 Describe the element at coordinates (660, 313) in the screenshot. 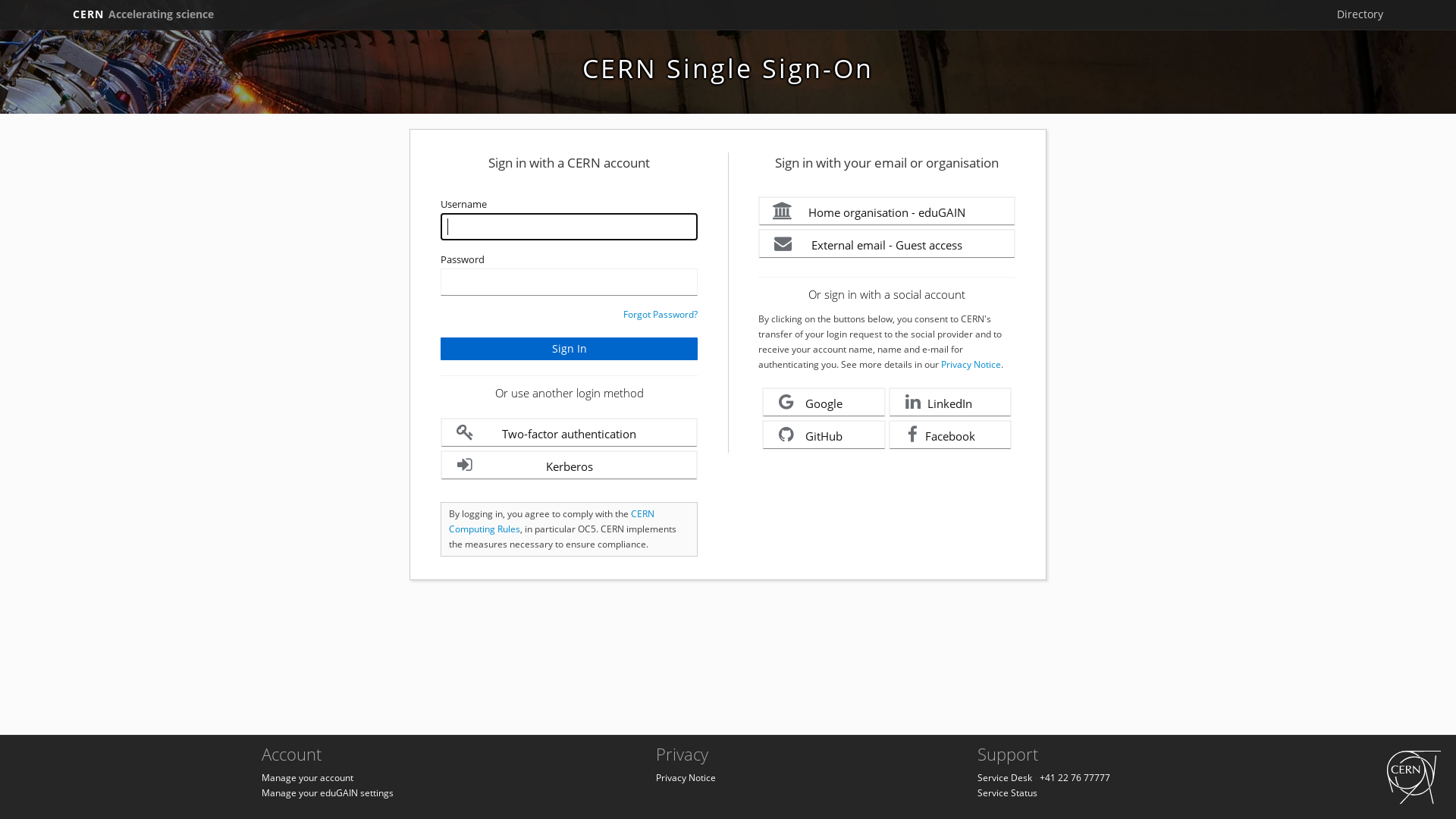

I see `'Forgot Password?'` at that location.